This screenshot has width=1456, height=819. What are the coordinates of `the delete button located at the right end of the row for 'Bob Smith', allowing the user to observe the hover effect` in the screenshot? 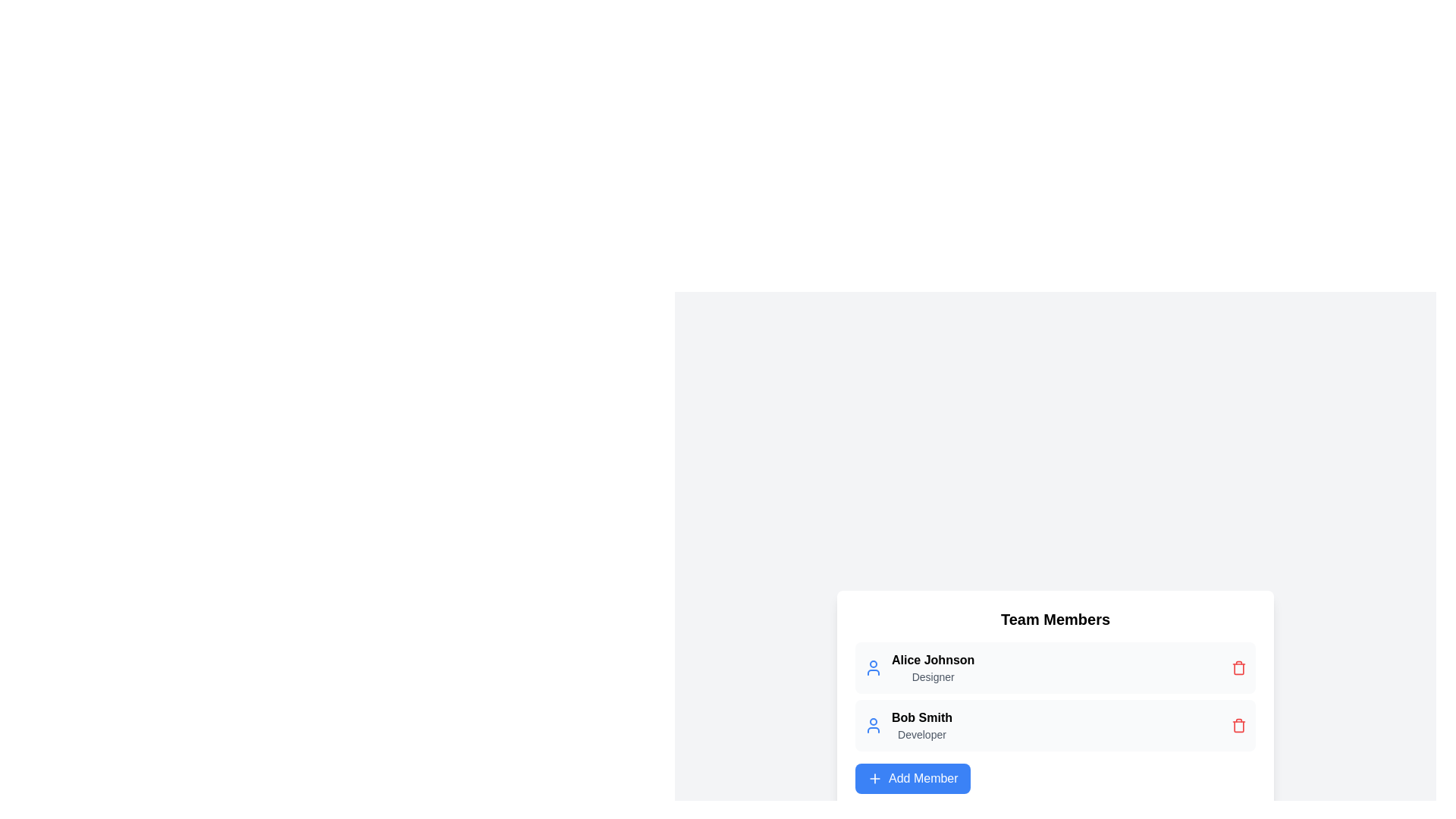 It's located at (1238, 724).